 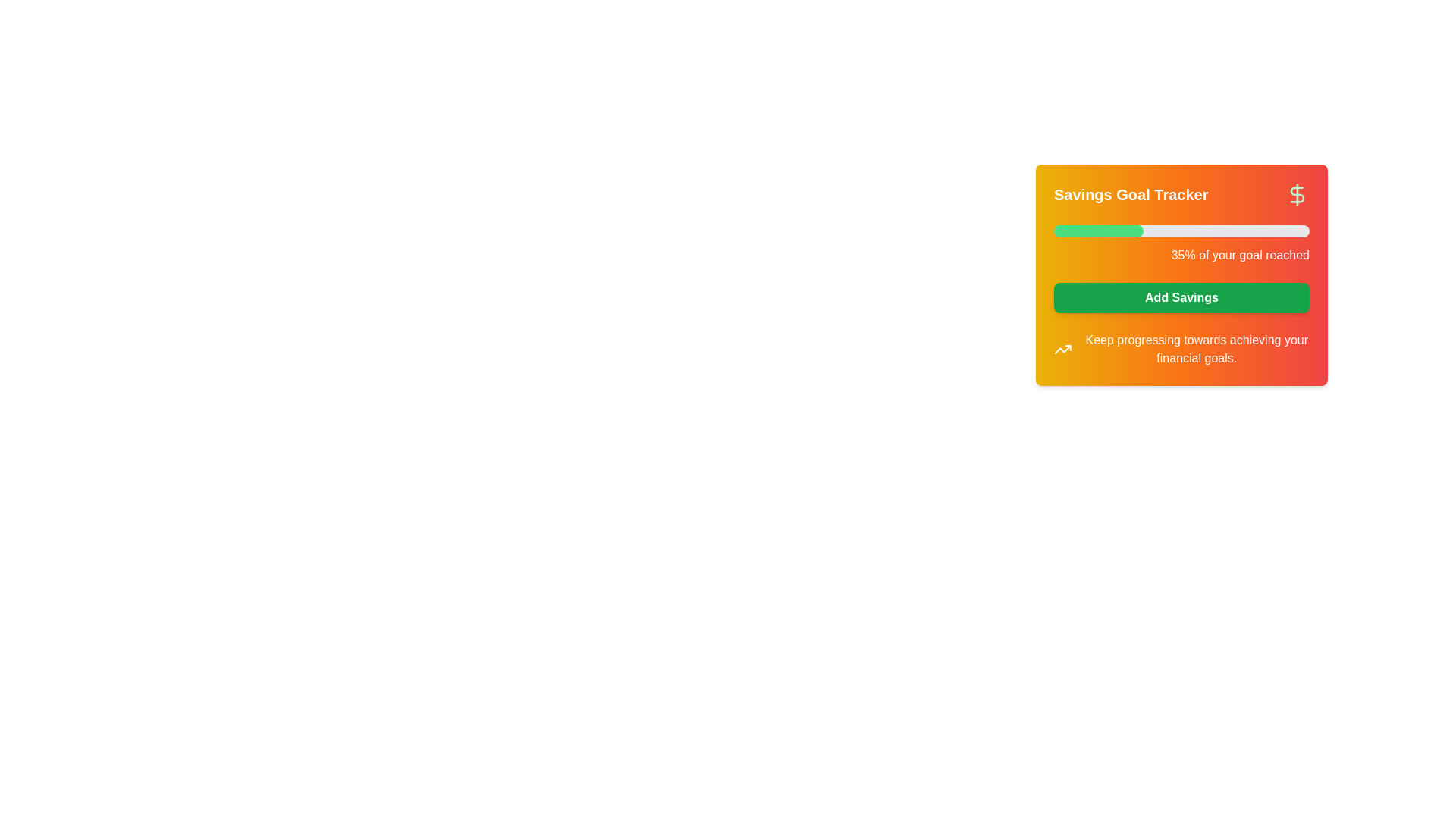 What do you see at coordinates (1296, 194) in the screenshot?
I see `the dollar sign icon, which is styled with thin, rounded lines in green, located in the upper-right corner of the 'Savings Goal Tracker' box` at bounding box center [1296, 194].